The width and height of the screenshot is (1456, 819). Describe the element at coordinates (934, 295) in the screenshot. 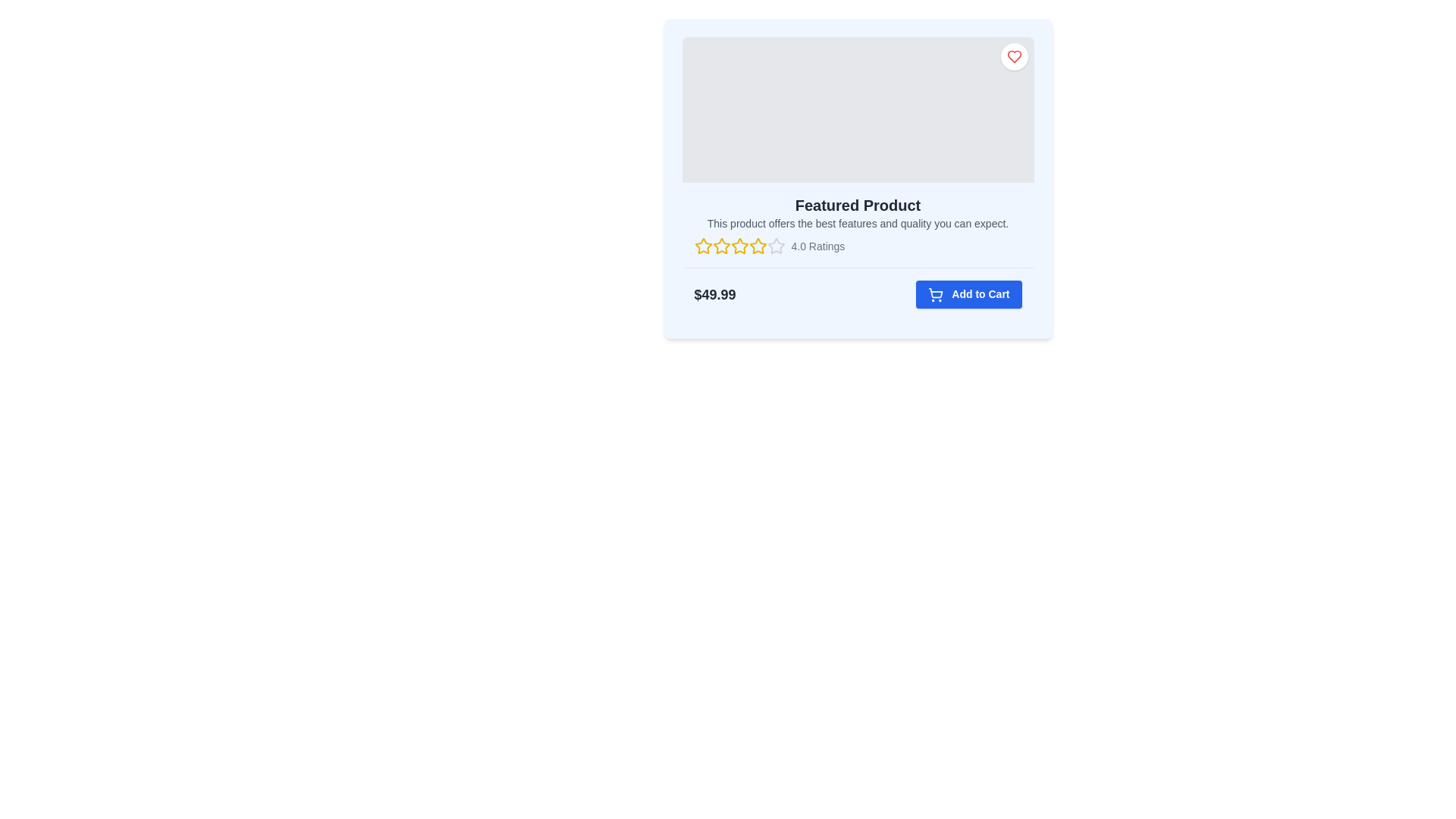

I see `the 'Add to Cart' button which contains the shopping cart SVG icon located at the left end of the button content` at that location.